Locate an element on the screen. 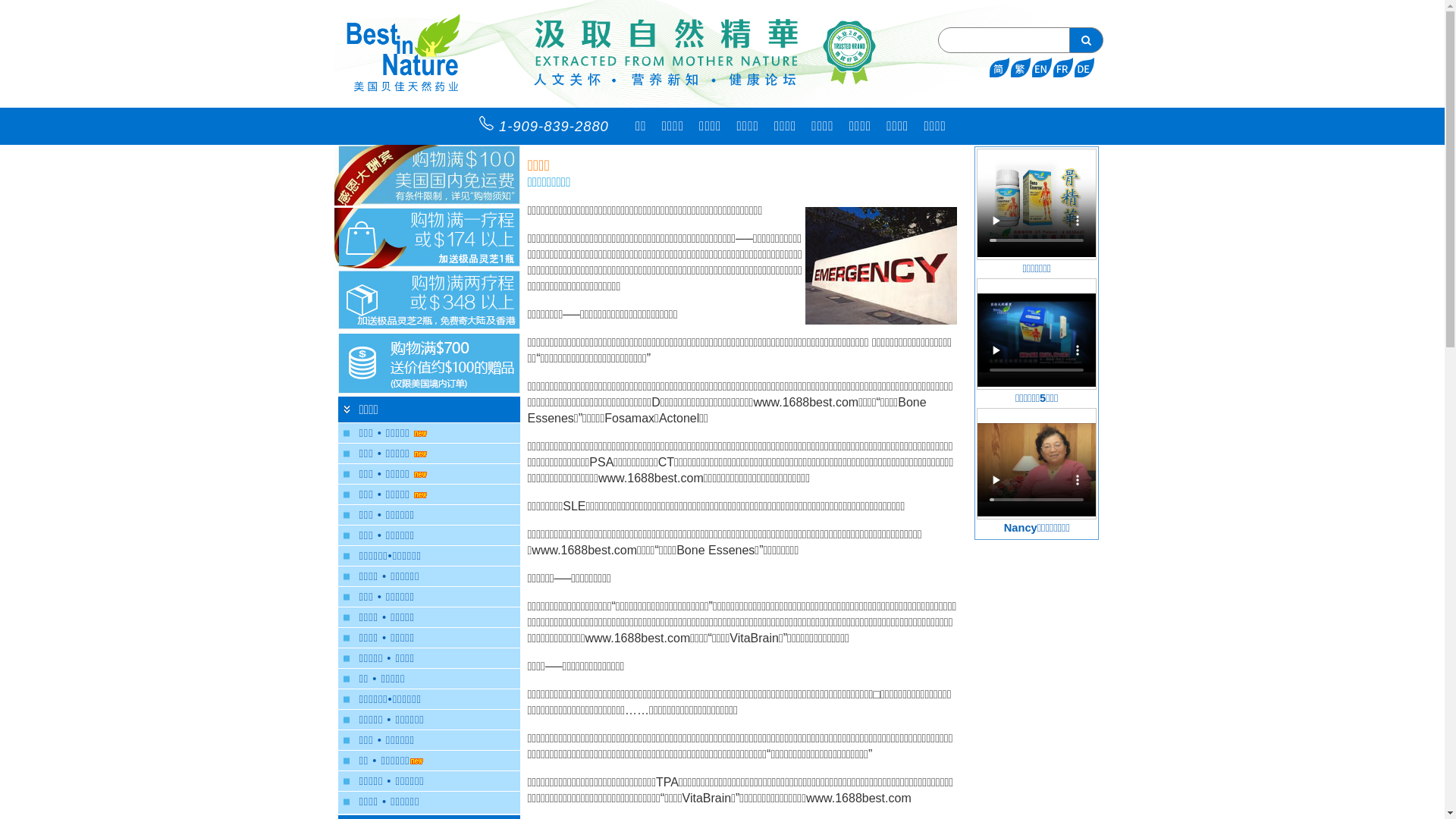 This screenshot has height=819, width=1456. '1-909-839-2880' is located at coordinates (548, 125).